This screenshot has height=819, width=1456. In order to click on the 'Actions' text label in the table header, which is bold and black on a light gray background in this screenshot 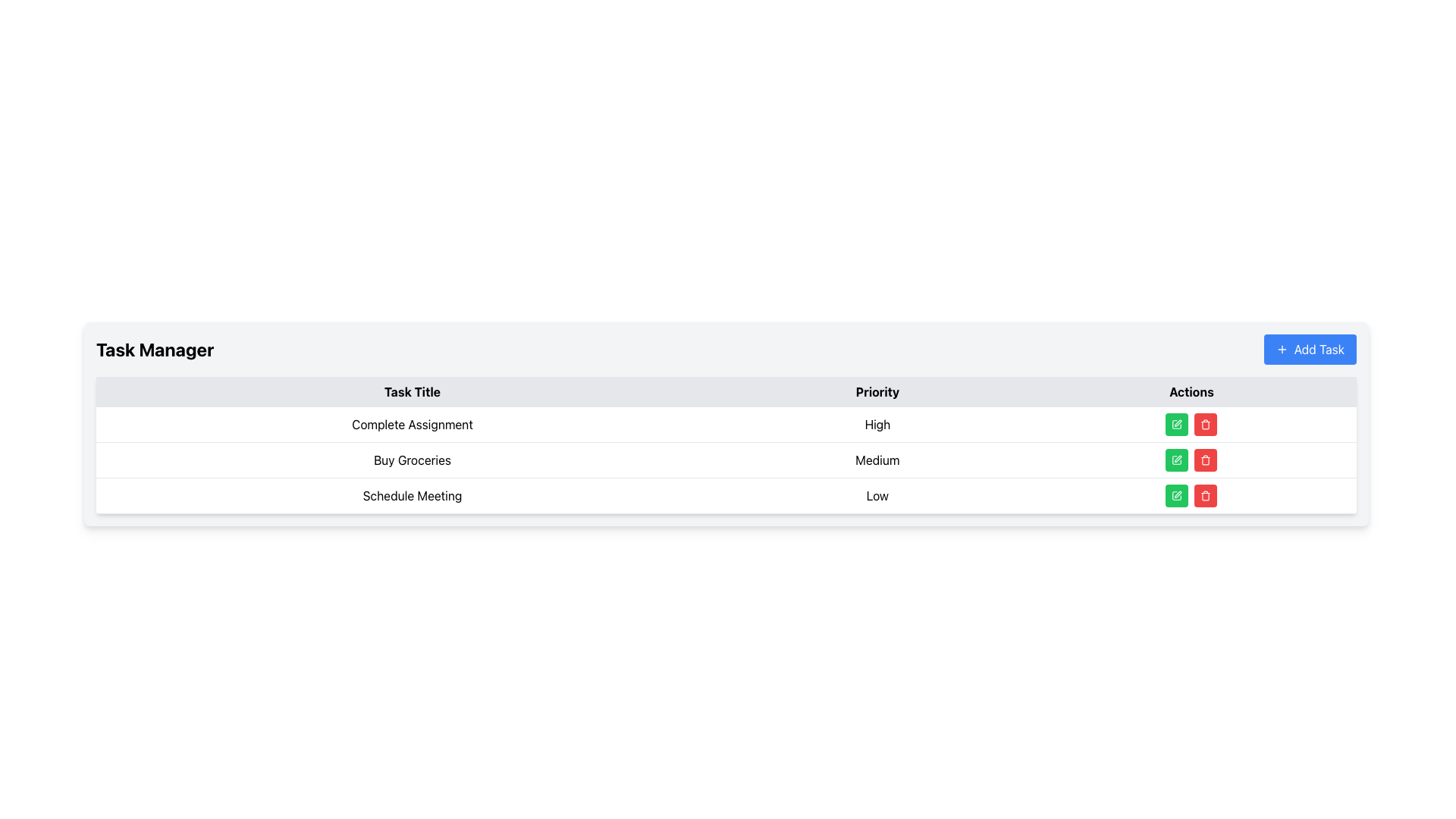, I will do `click(1191, 391)`.